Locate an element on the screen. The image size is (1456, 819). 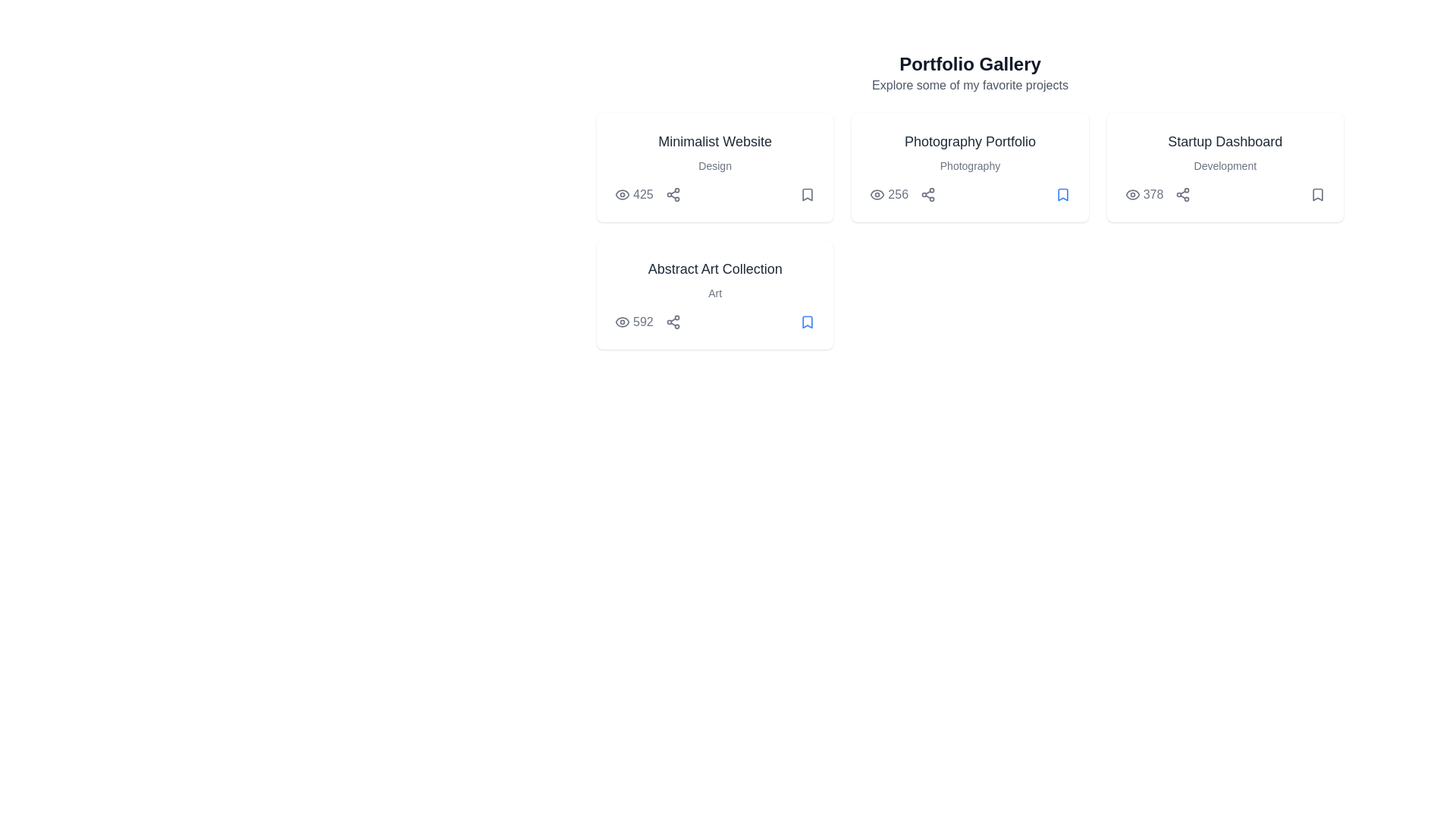
numerical value displayed in the Text Label located in the second card, positioned to the right of the eye icon and left of the share icon is located at coordinates (902, 194).